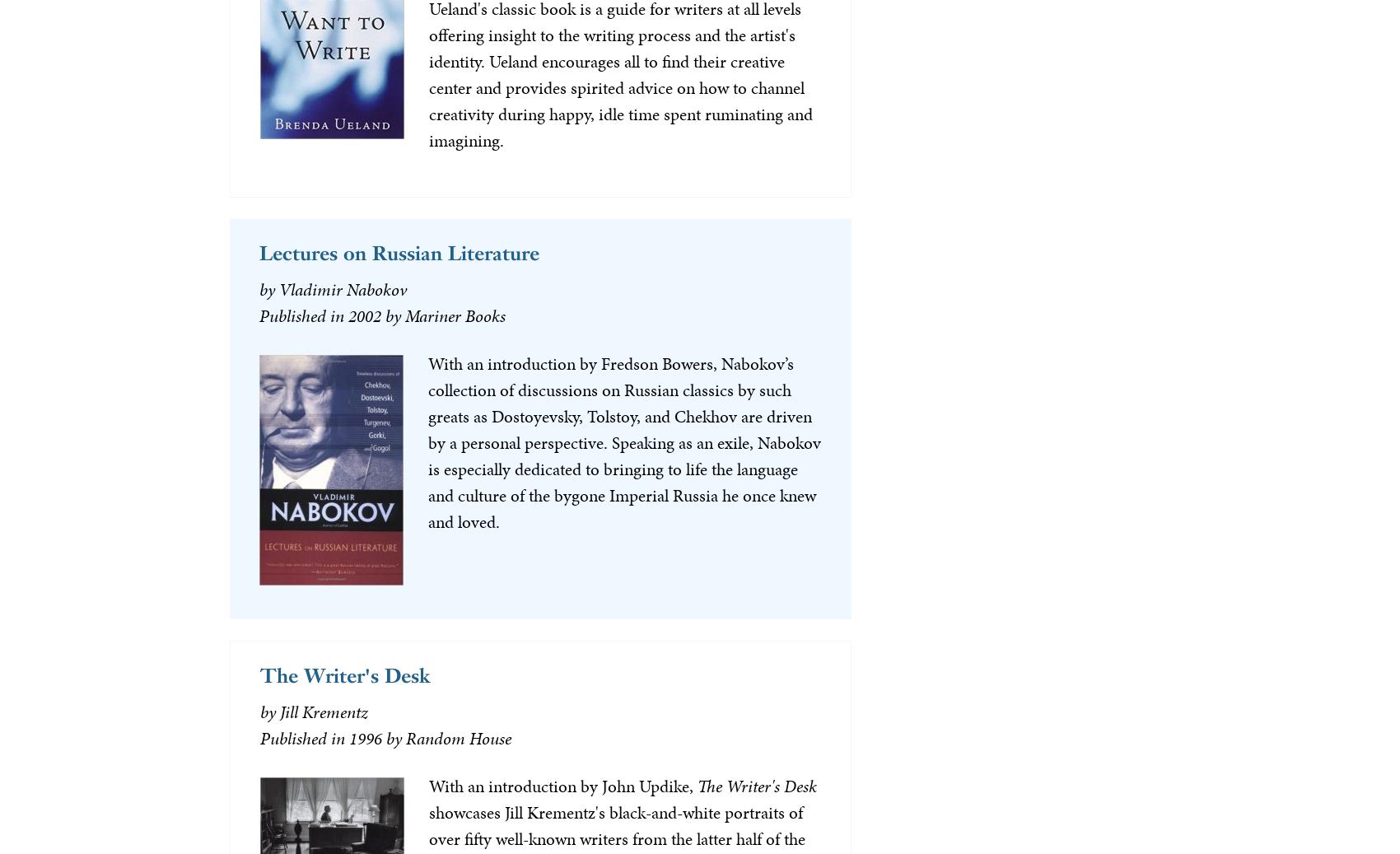  What do you see at coordinates (364, 314) in the screenshot?
I see `'2002'` at bounding box center [364, 314].